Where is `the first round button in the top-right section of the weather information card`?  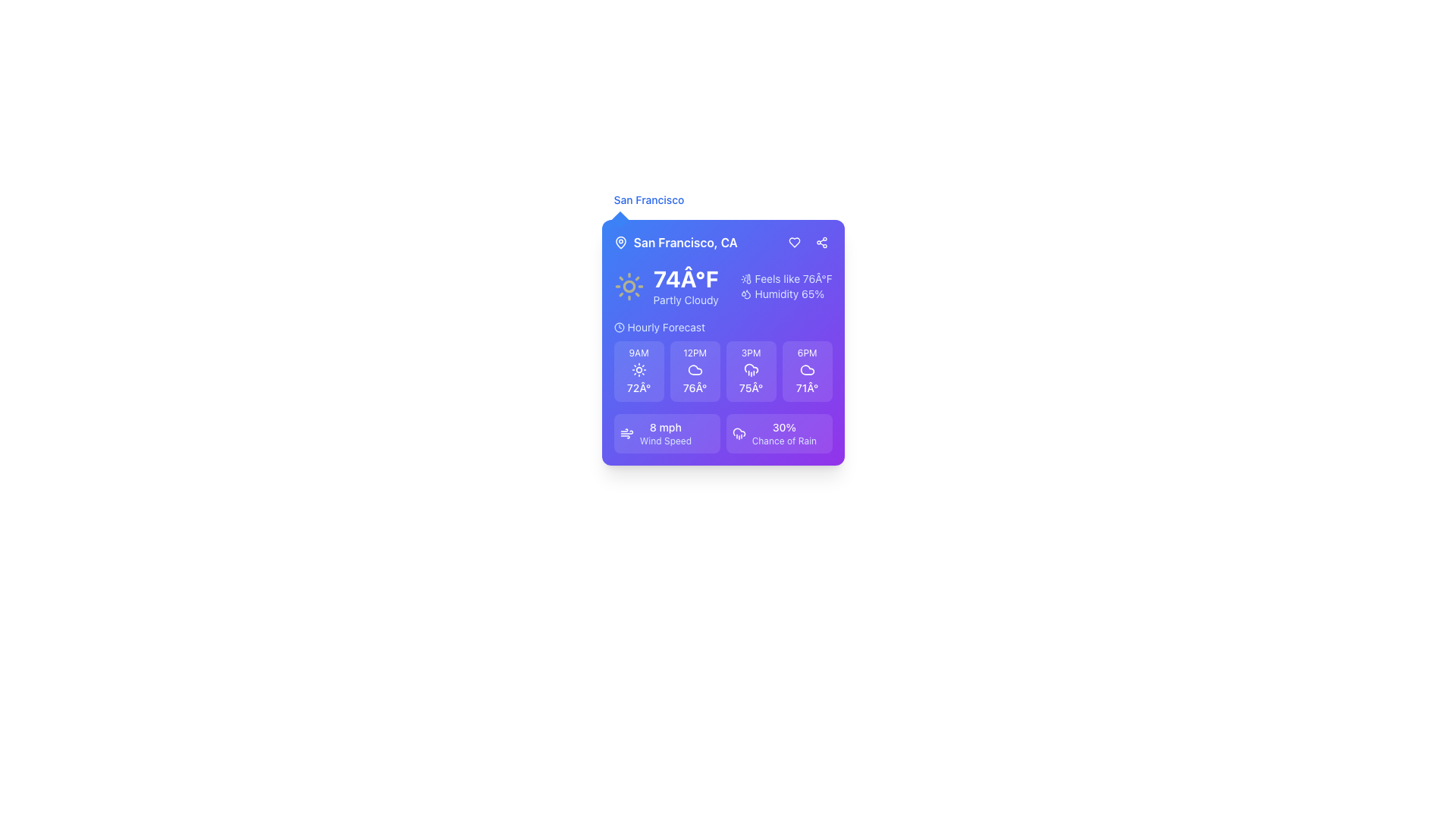
the first round button in the top-right section of the weather information card is located at coordinates (793, 242).